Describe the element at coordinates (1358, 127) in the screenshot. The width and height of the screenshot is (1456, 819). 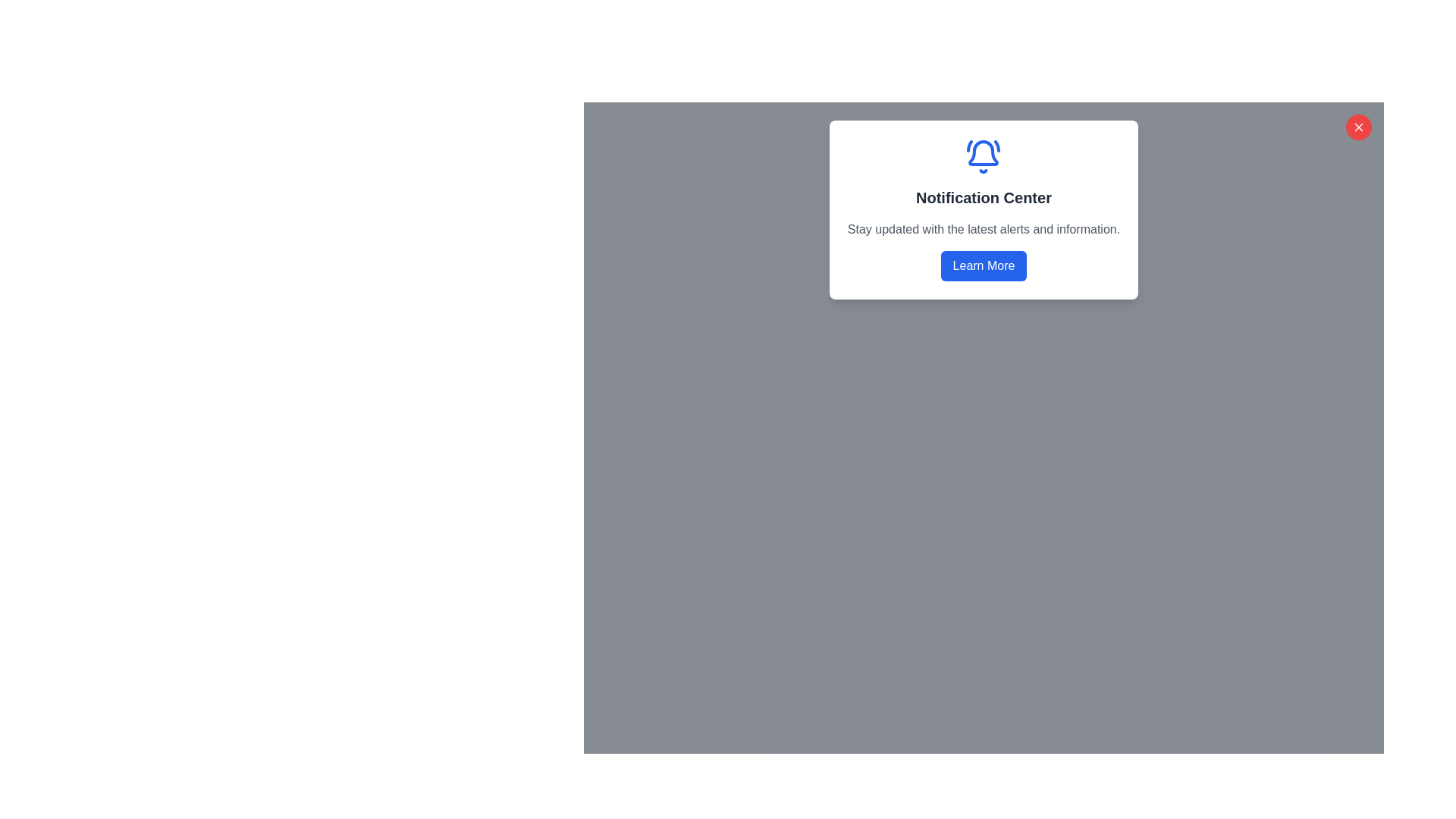
I see `the close button located in the top-right corner of the semi-transparent gray overlay that dismisses the notification center` at that location.